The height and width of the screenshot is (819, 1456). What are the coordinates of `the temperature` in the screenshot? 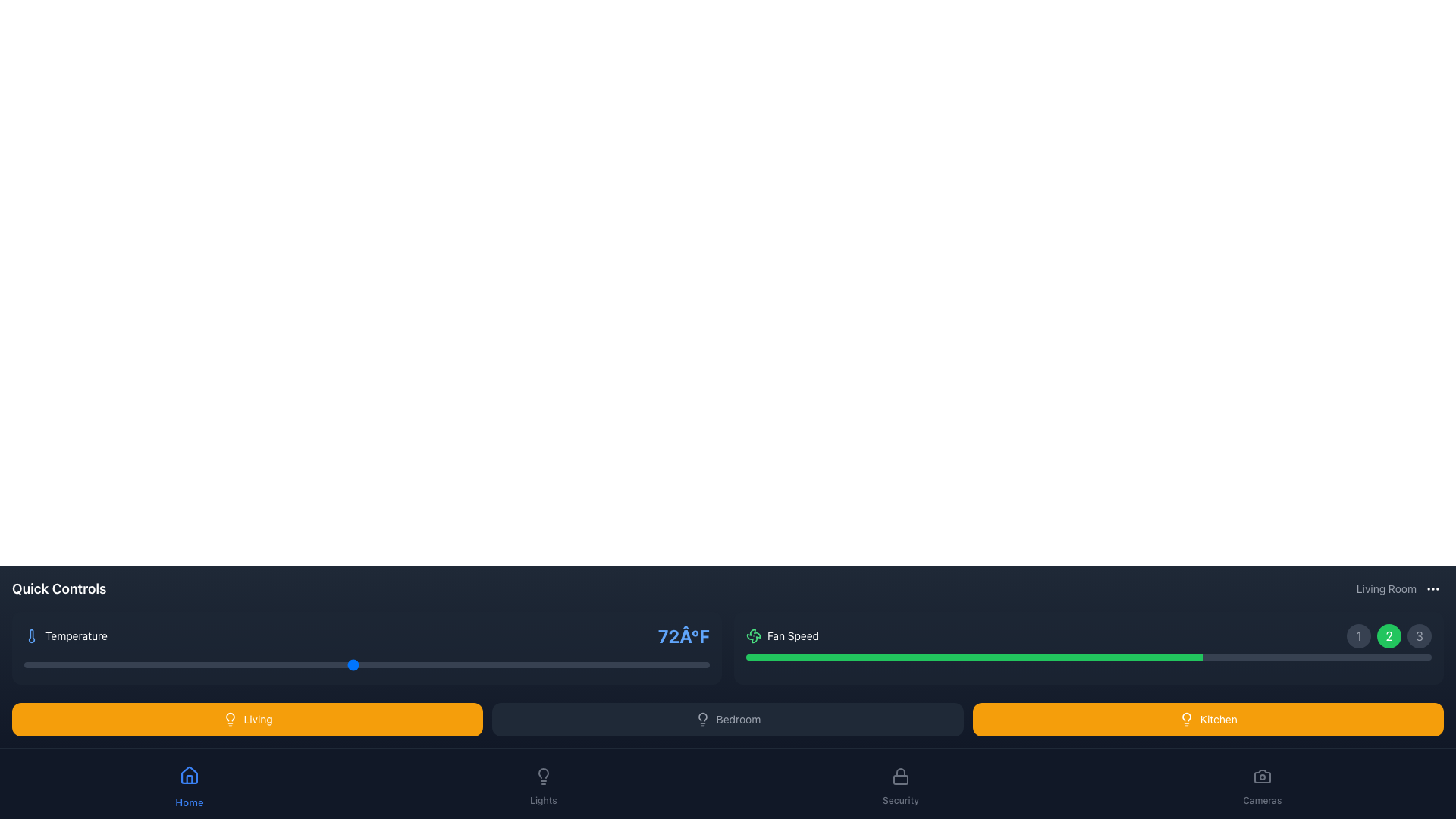 It's located at (517, 664).